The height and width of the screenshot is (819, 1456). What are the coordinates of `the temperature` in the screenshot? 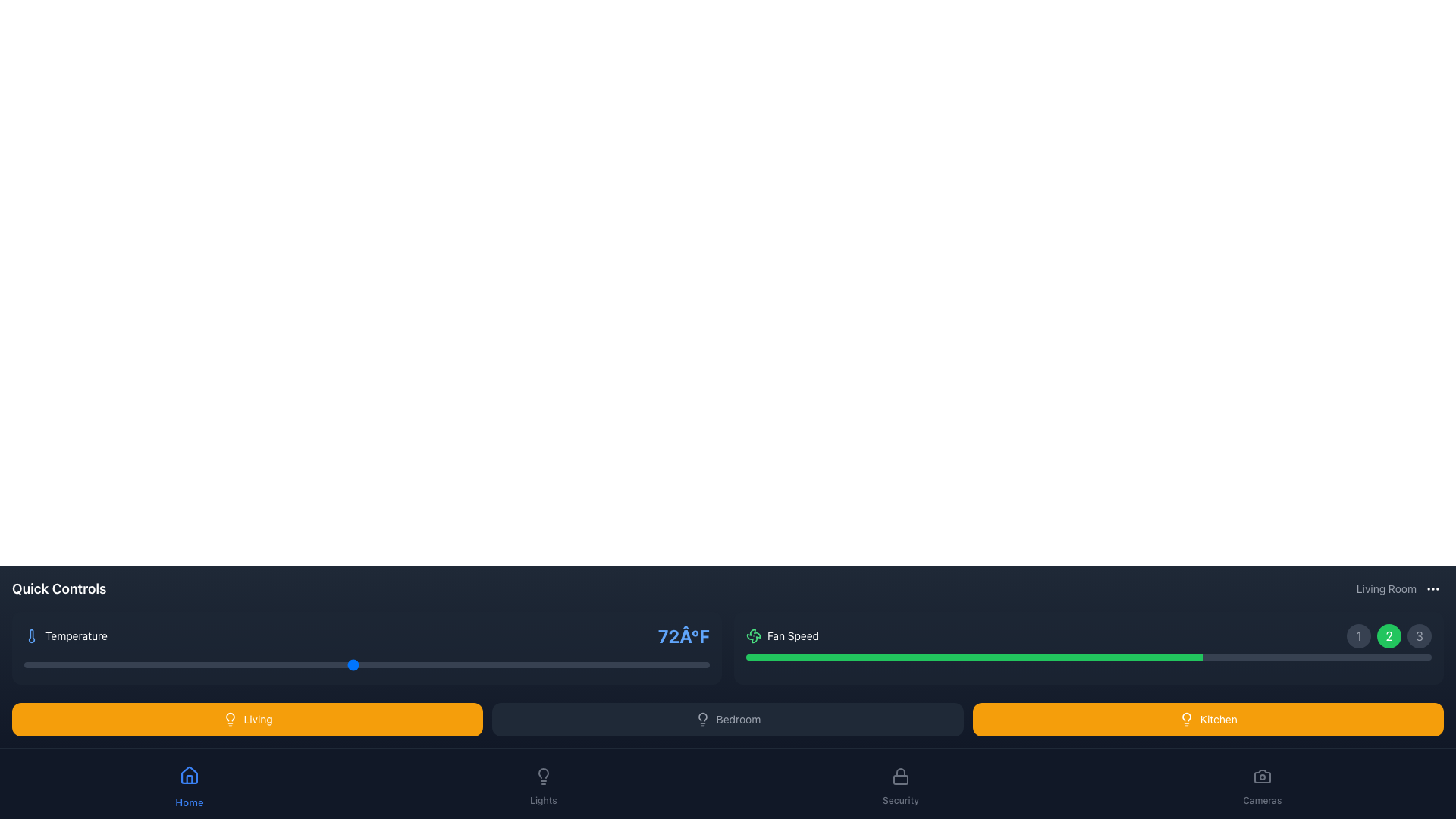 It's located at (517, 664).